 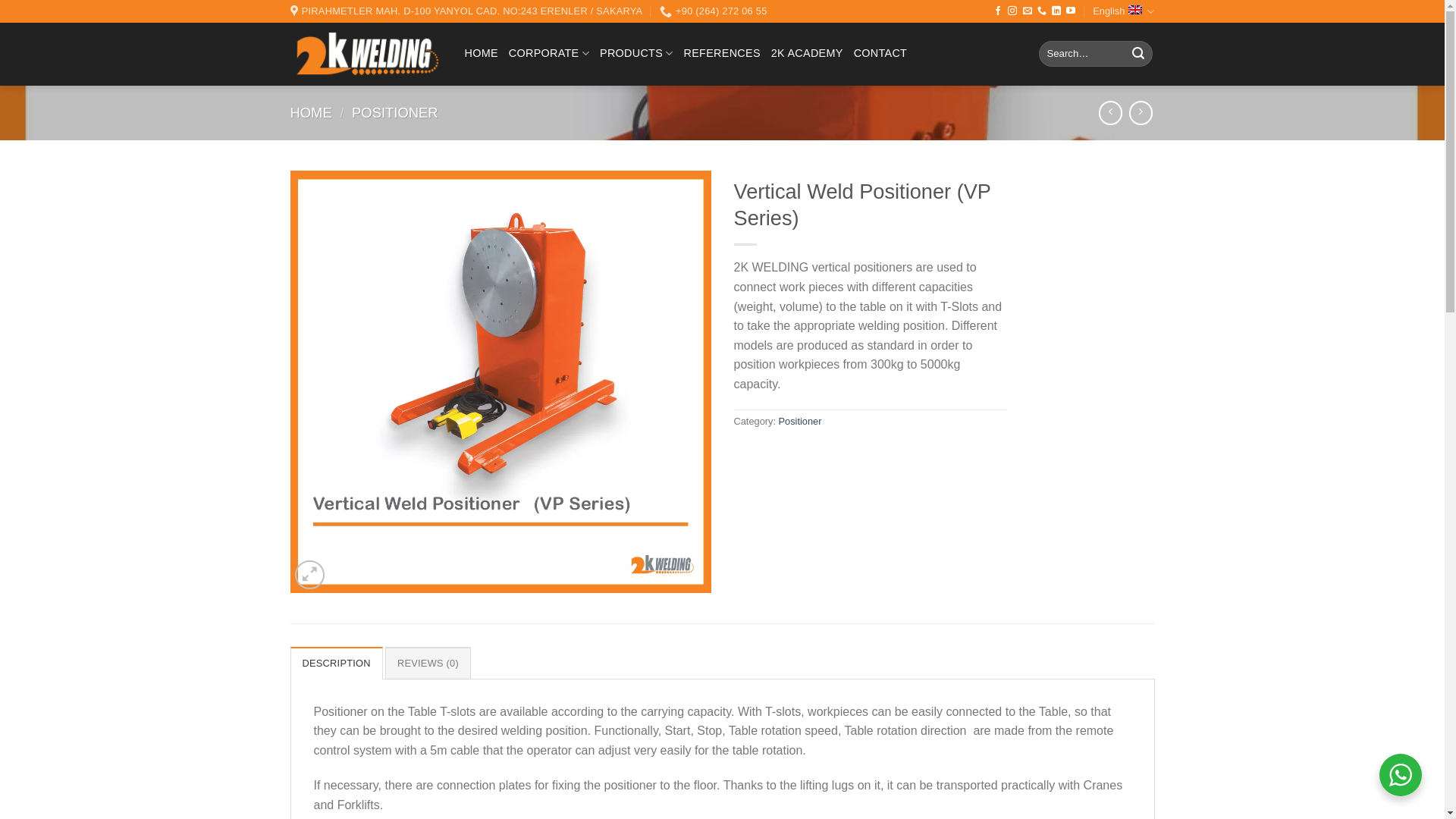 What do you see at coordinates (479, 52) in the screenshot?
I see `'HOME'` at bounding box center [479, 52].